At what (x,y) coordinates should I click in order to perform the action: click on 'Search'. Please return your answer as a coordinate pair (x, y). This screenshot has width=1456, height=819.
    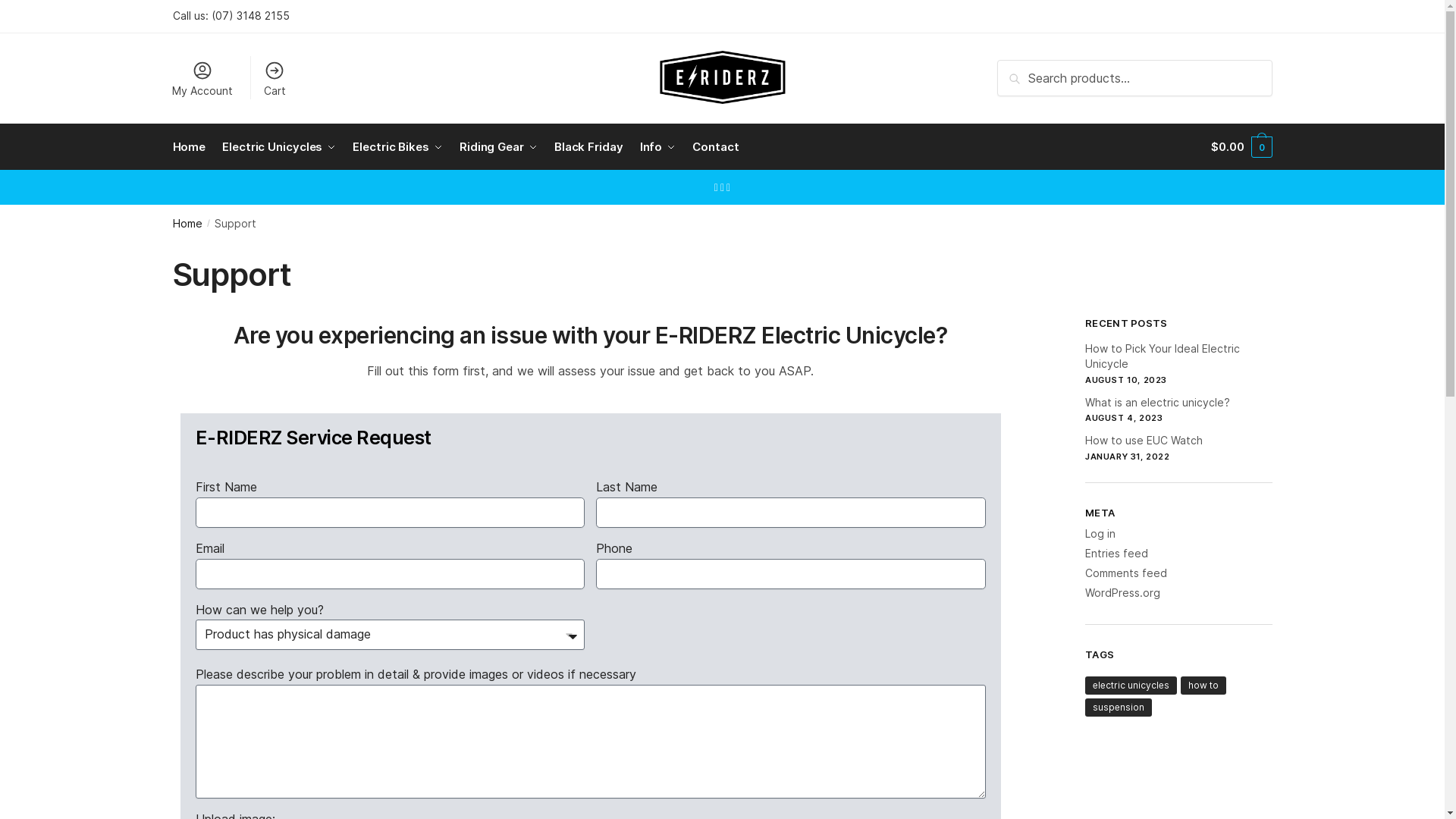
    Looking at the image, I should click on (1021, 70).